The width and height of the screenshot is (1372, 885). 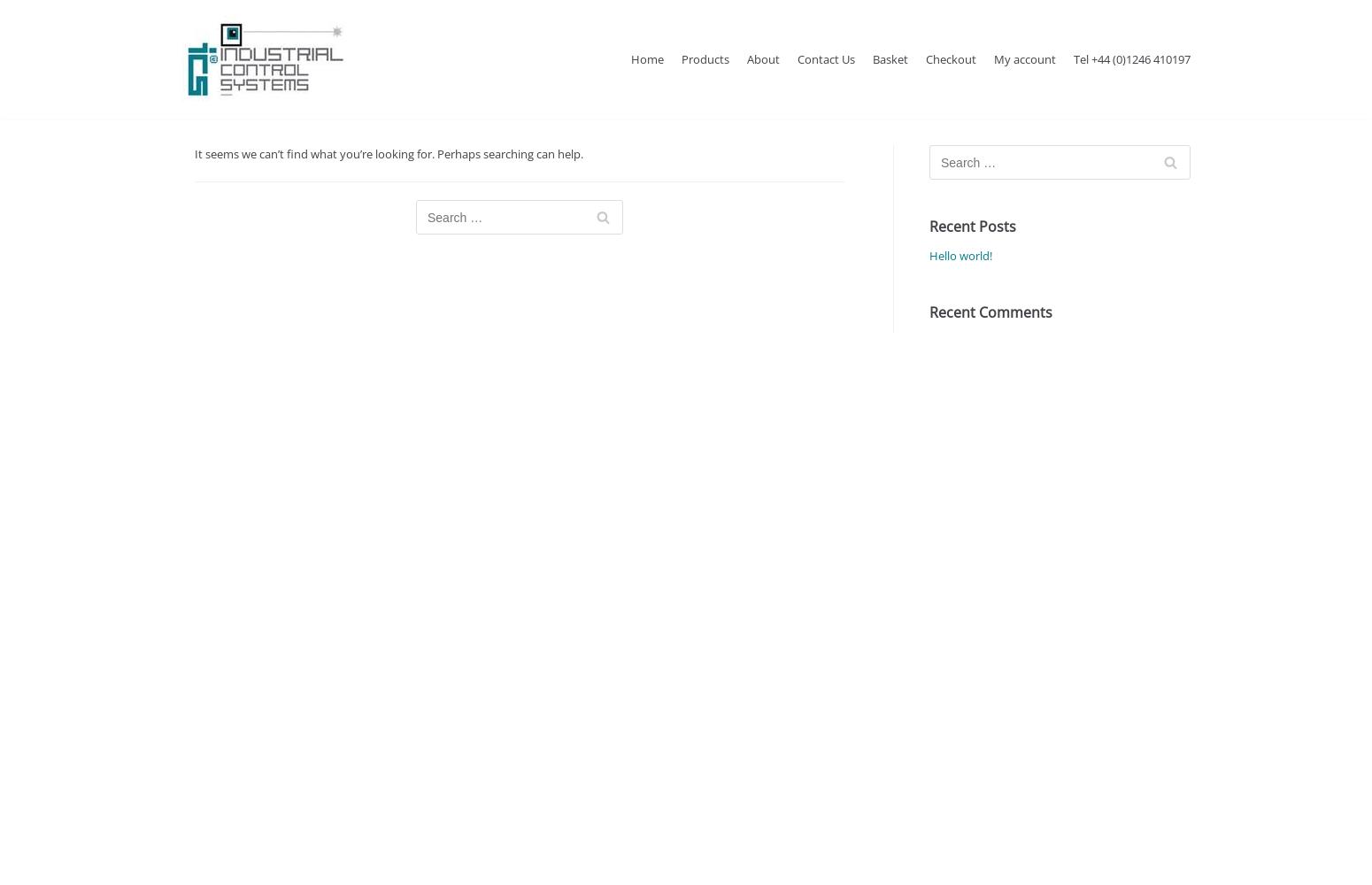 I want to click on 'Recent Comments', so click(x=990, y=312).